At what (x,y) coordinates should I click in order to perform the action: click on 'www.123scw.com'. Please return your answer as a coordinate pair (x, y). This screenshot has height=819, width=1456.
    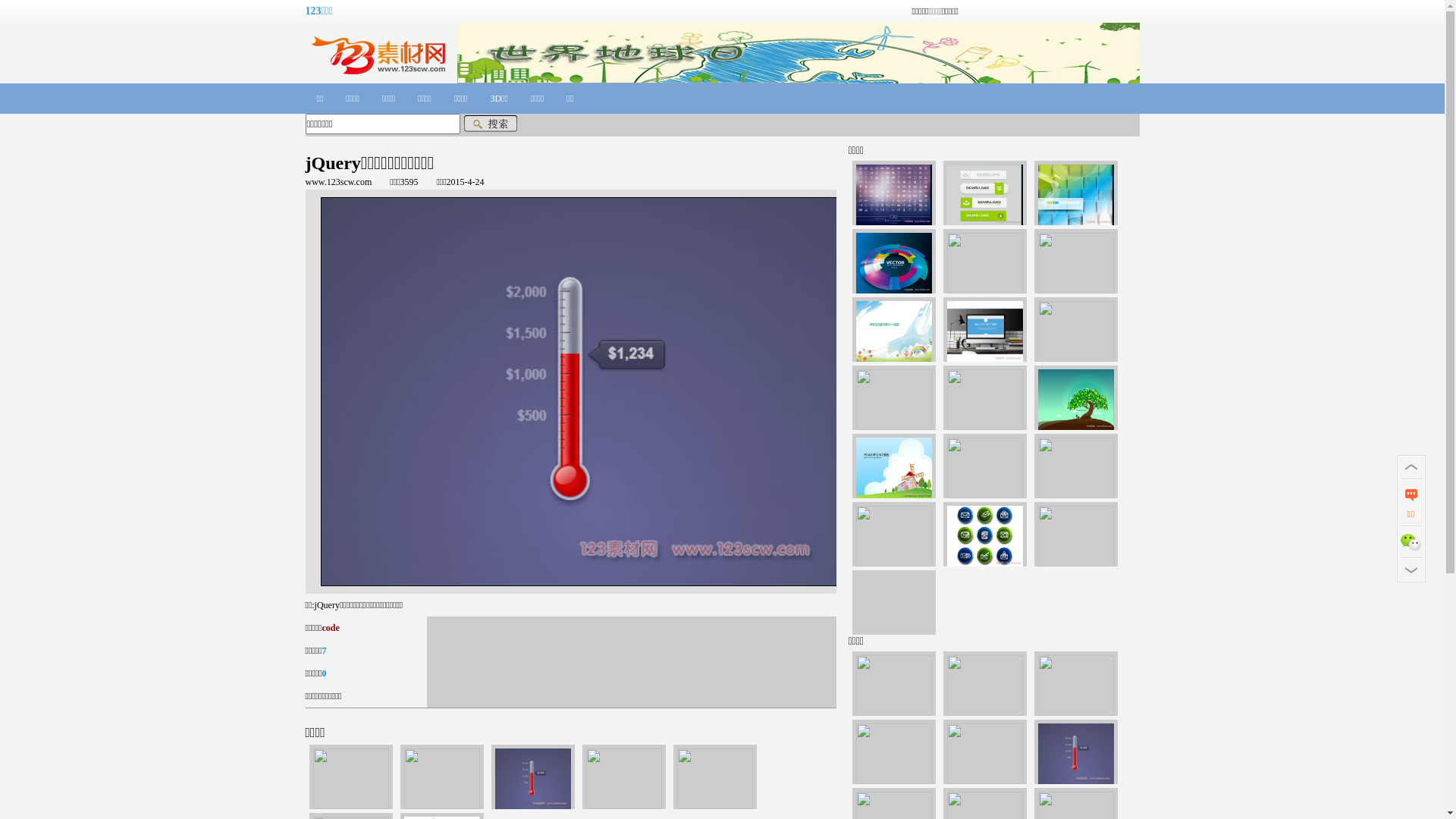
    Looking at the image, I should click on (337, 180).